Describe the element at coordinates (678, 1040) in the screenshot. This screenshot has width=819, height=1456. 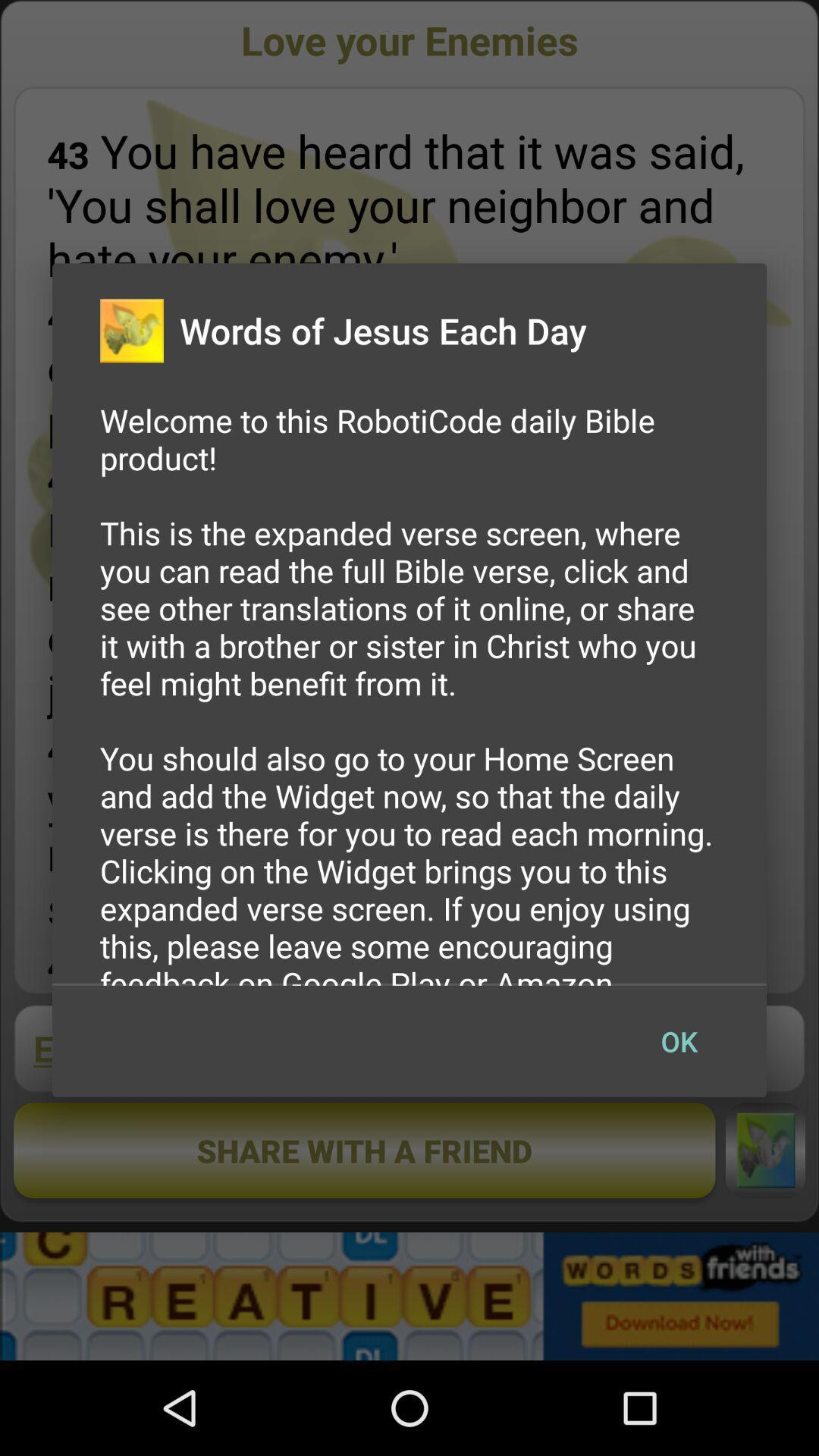
I see `ok at the bottom right corner` at that location.